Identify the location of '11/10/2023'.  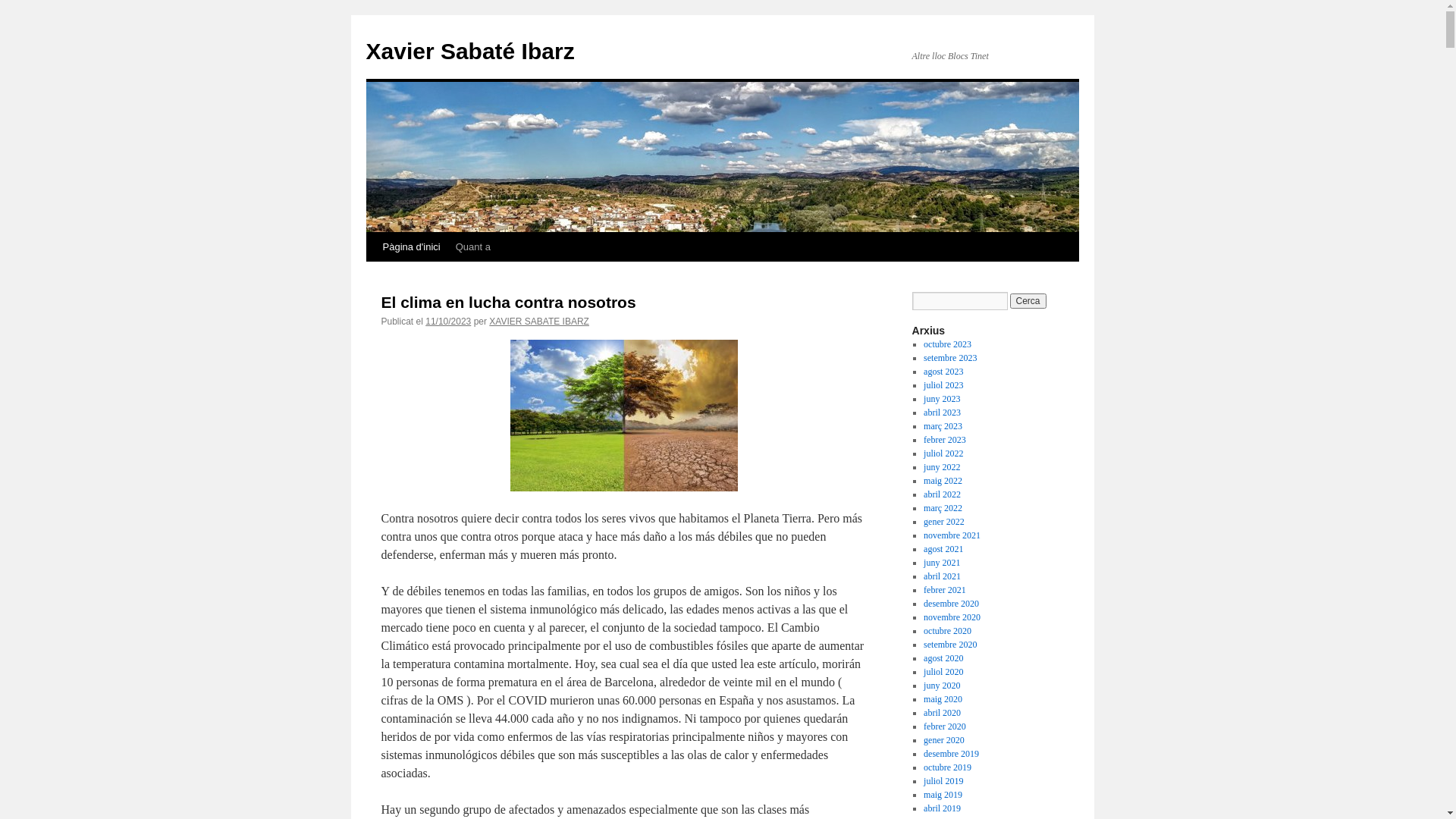
(425, 321).